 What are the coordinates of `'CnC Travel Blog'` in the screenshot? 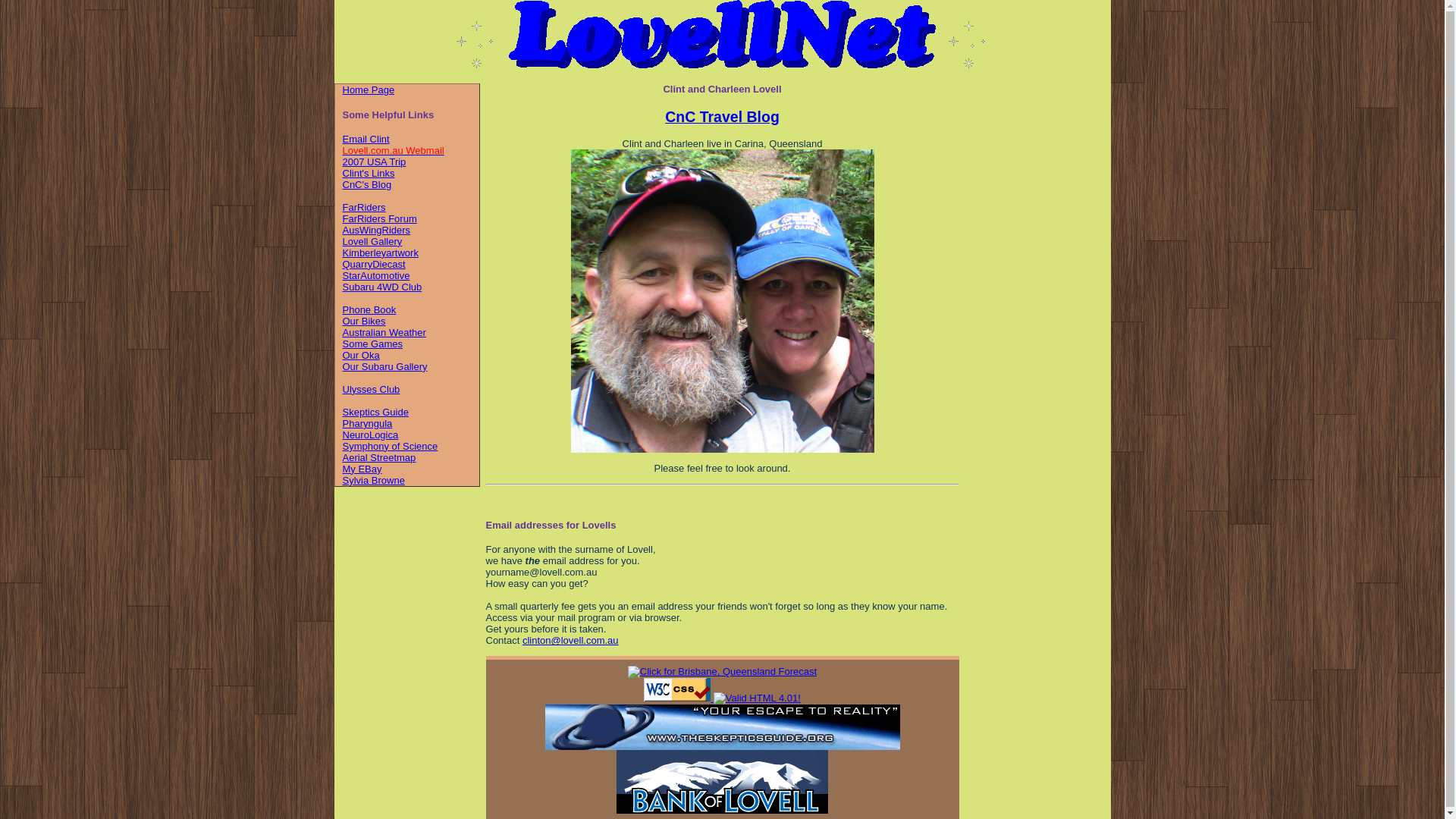 It's located at (665, 116).